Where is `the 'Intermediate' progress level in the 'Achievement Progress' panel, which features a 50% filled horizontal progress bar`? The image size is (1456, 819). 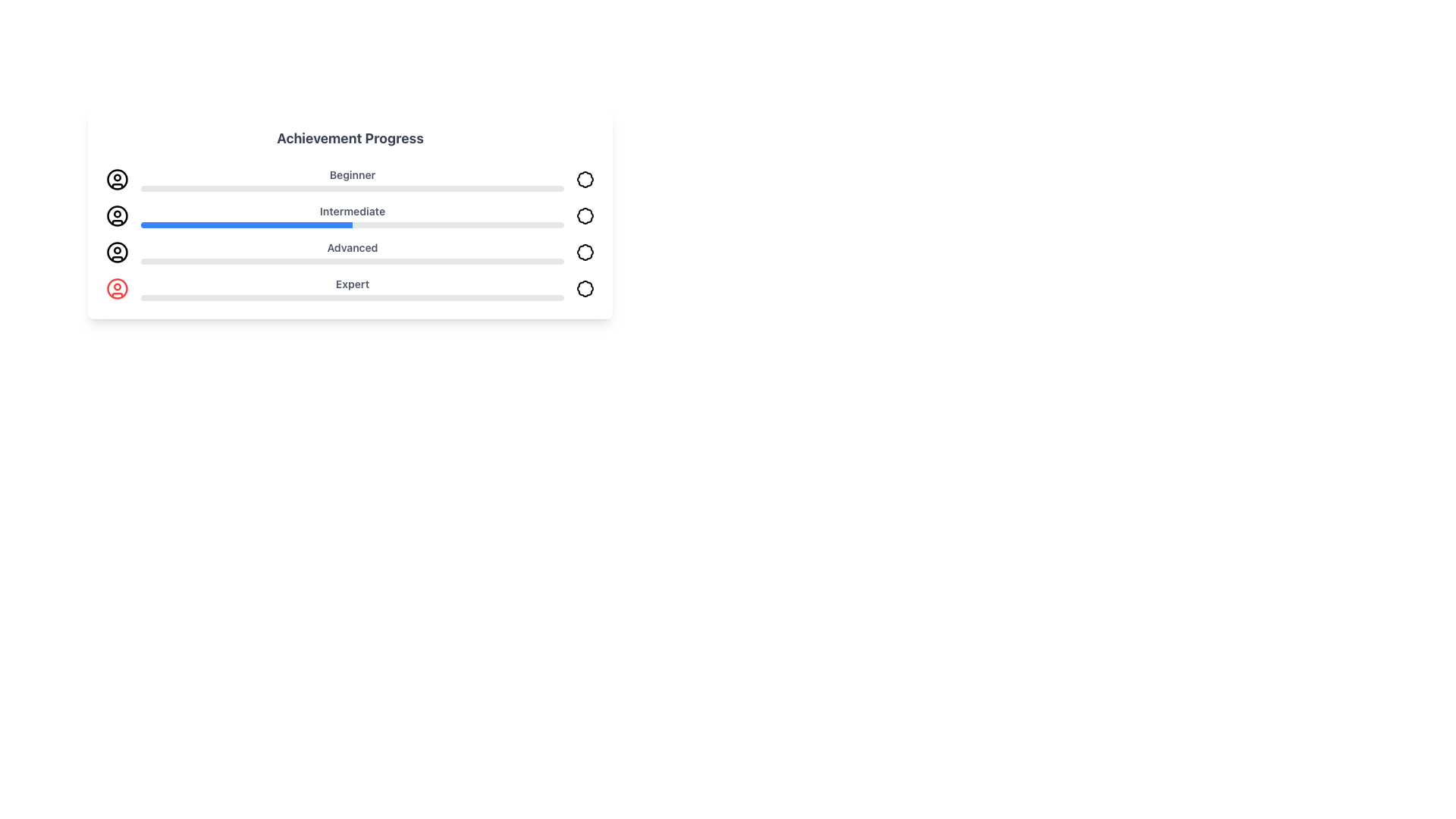 the 'Intermediate' progress level in the 'Achievement Progress' panel, which features a 50% filled horizontal progress bar is located at coordinates (349, 234).